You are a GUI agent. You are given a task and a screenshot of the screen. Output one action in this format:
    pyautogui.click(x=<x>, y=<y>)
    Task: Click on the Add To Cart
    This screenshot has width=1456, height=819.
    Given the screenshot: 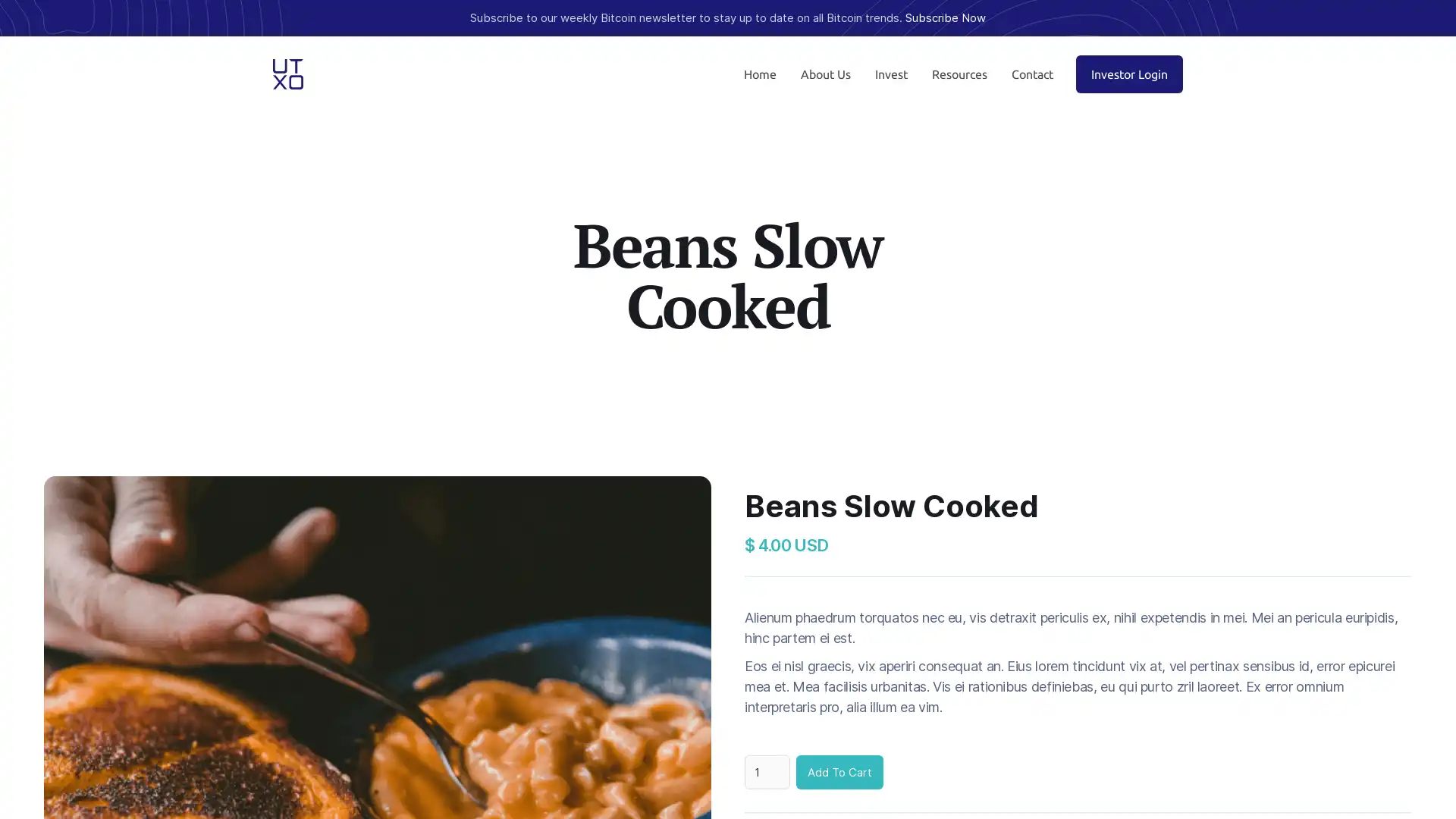 What is the action you would take?
    pyautogui.click(x=839, y=772)
    